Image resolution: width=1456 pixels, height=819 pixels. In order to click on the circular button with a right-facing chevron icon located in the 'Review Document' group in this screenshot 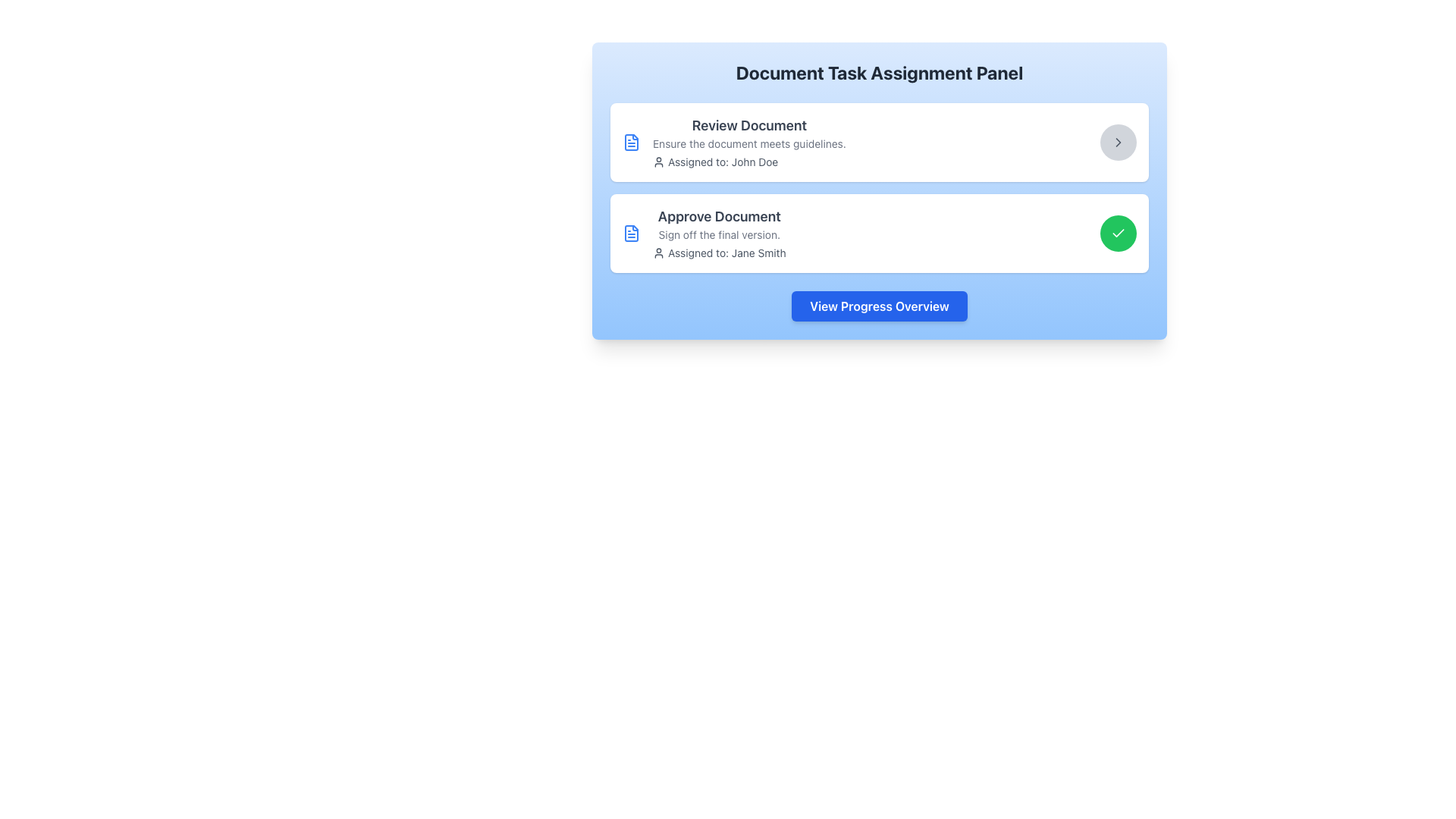, I will do `click(1118, 143)`.